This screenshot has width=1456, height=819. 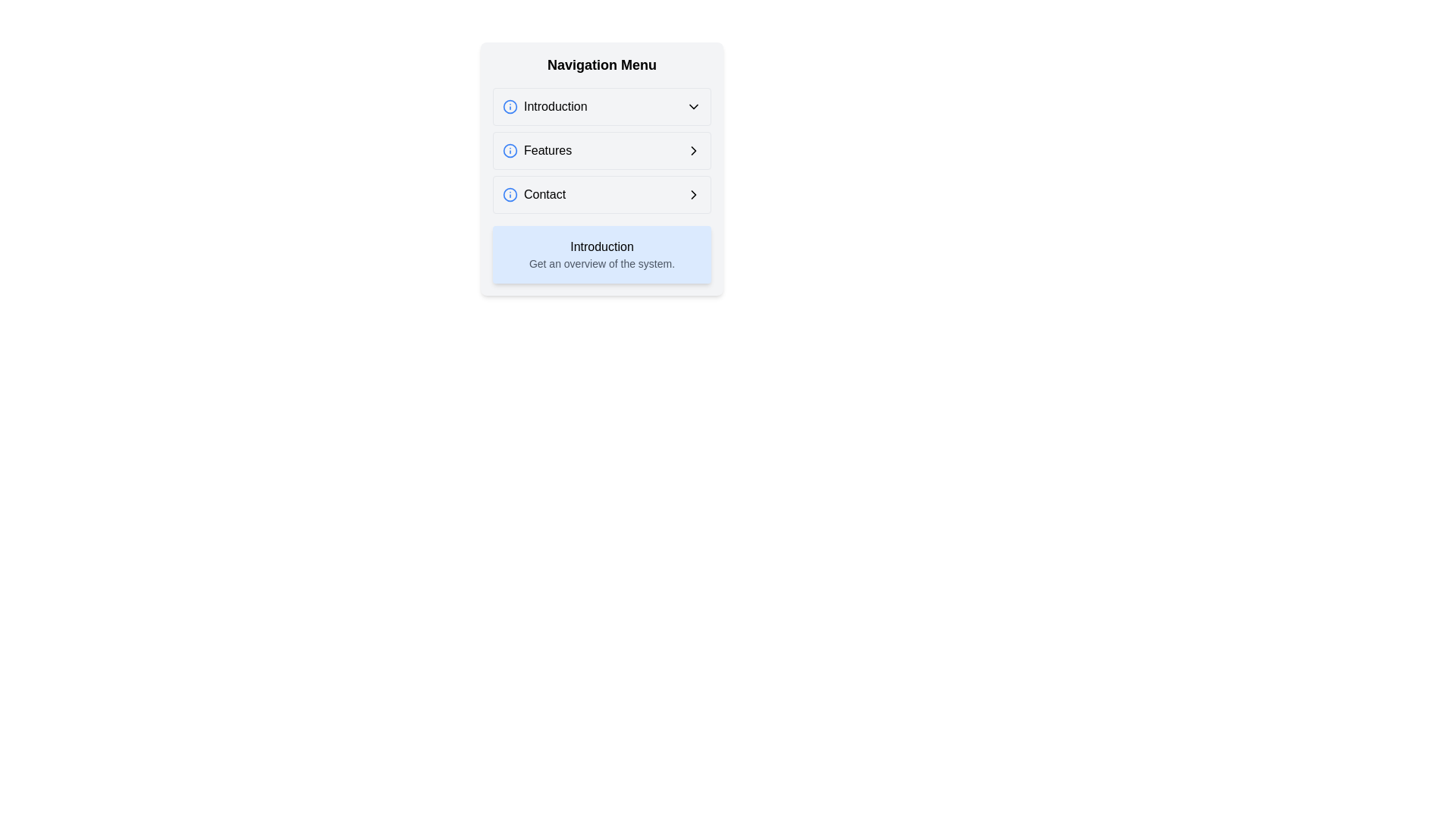 I want to click on the small black chevron-shaped icon in the navigation menu, located to the right of the 'Contact' menu option, so click(x=693, y=151).